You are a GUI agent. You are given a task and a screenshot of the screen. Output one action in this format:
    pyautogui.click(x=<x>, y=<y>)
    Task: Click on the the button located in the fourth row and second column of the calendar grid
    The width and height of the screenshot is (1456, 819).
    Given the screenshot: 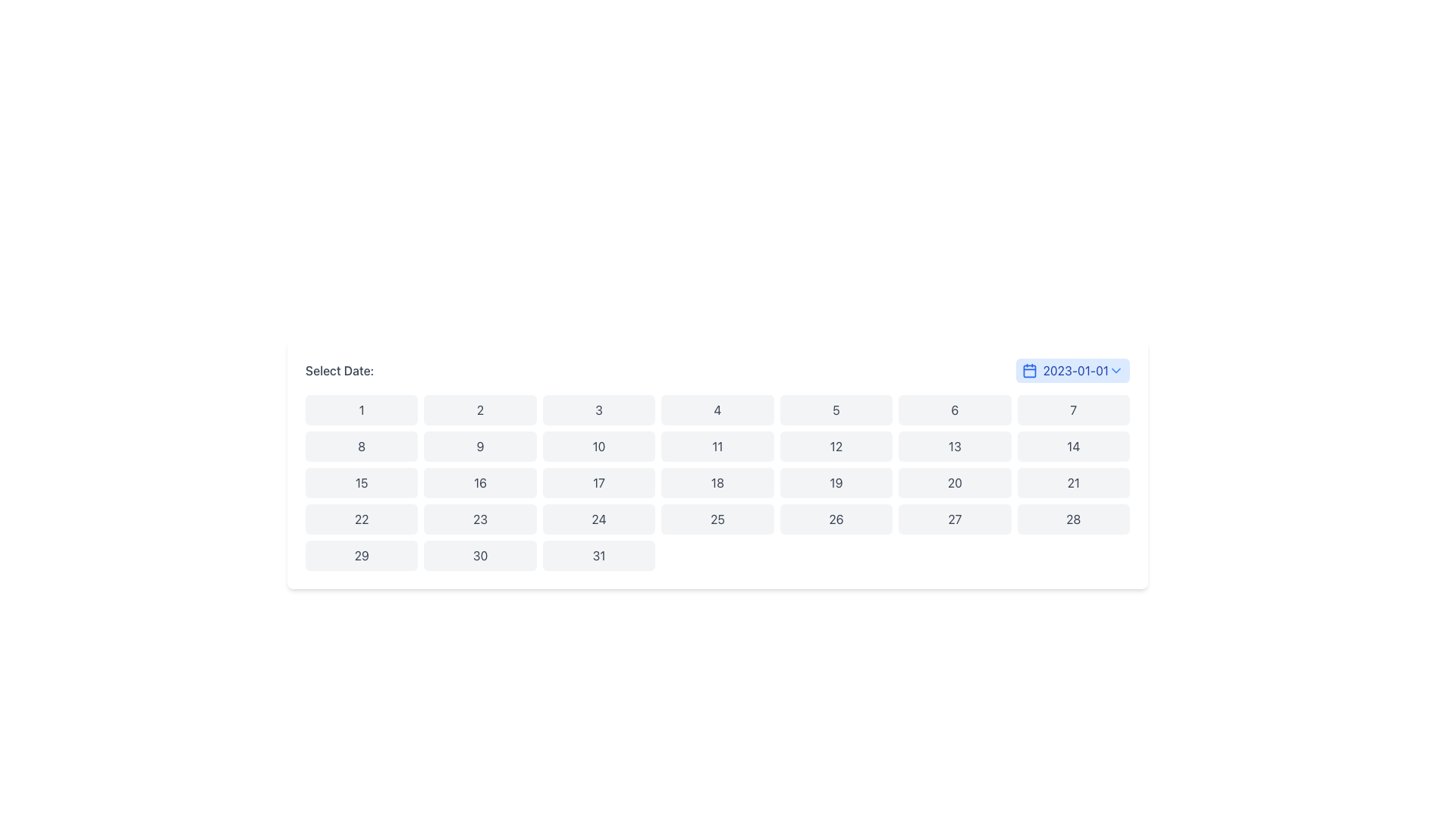 What is the action you would take?
    pyautogui.click(x=479, y=519)
    